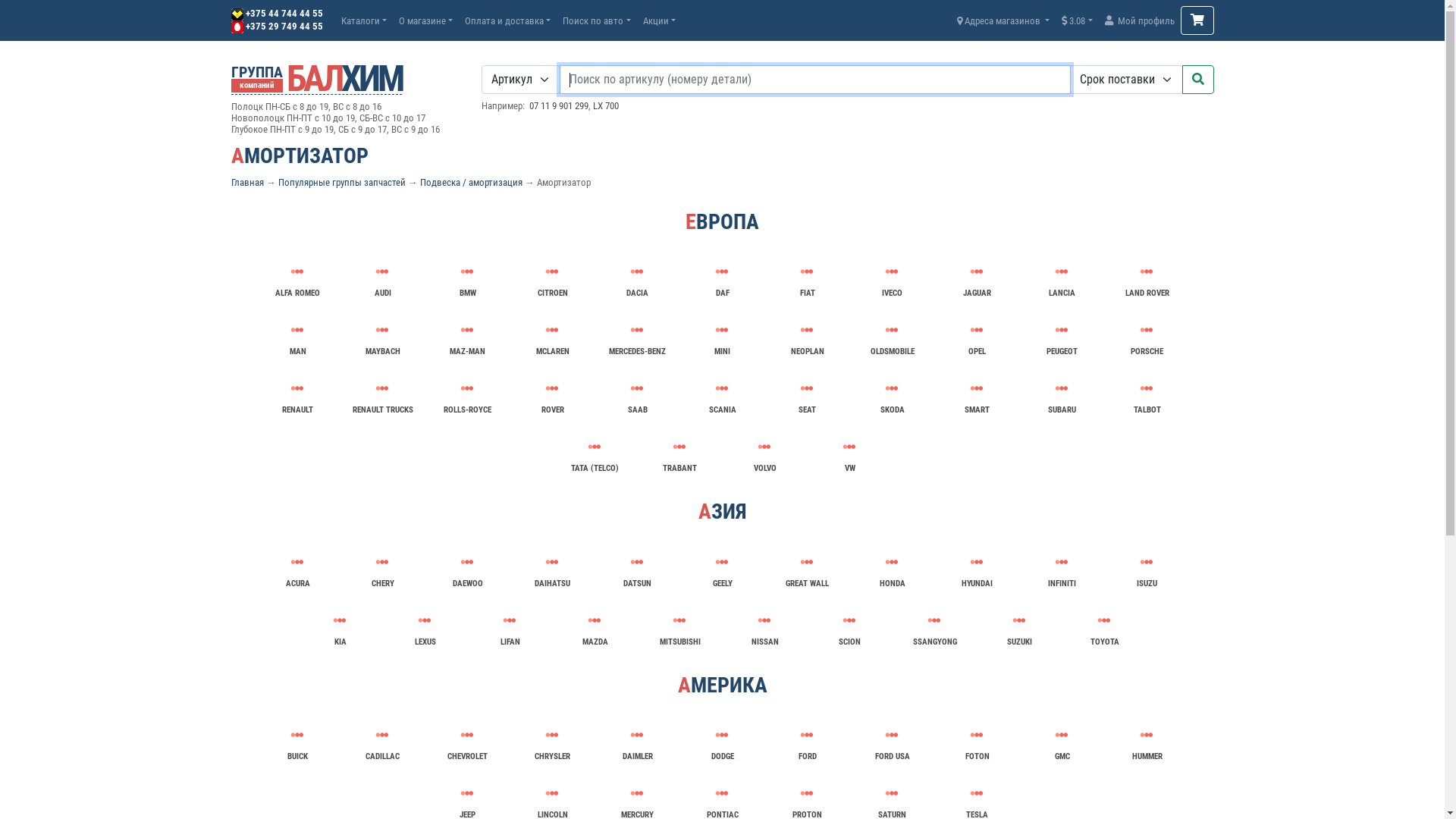  Describe the element at coordinates (934, 626) in the screenshot. I see `'SSANGYONG'` at that location.